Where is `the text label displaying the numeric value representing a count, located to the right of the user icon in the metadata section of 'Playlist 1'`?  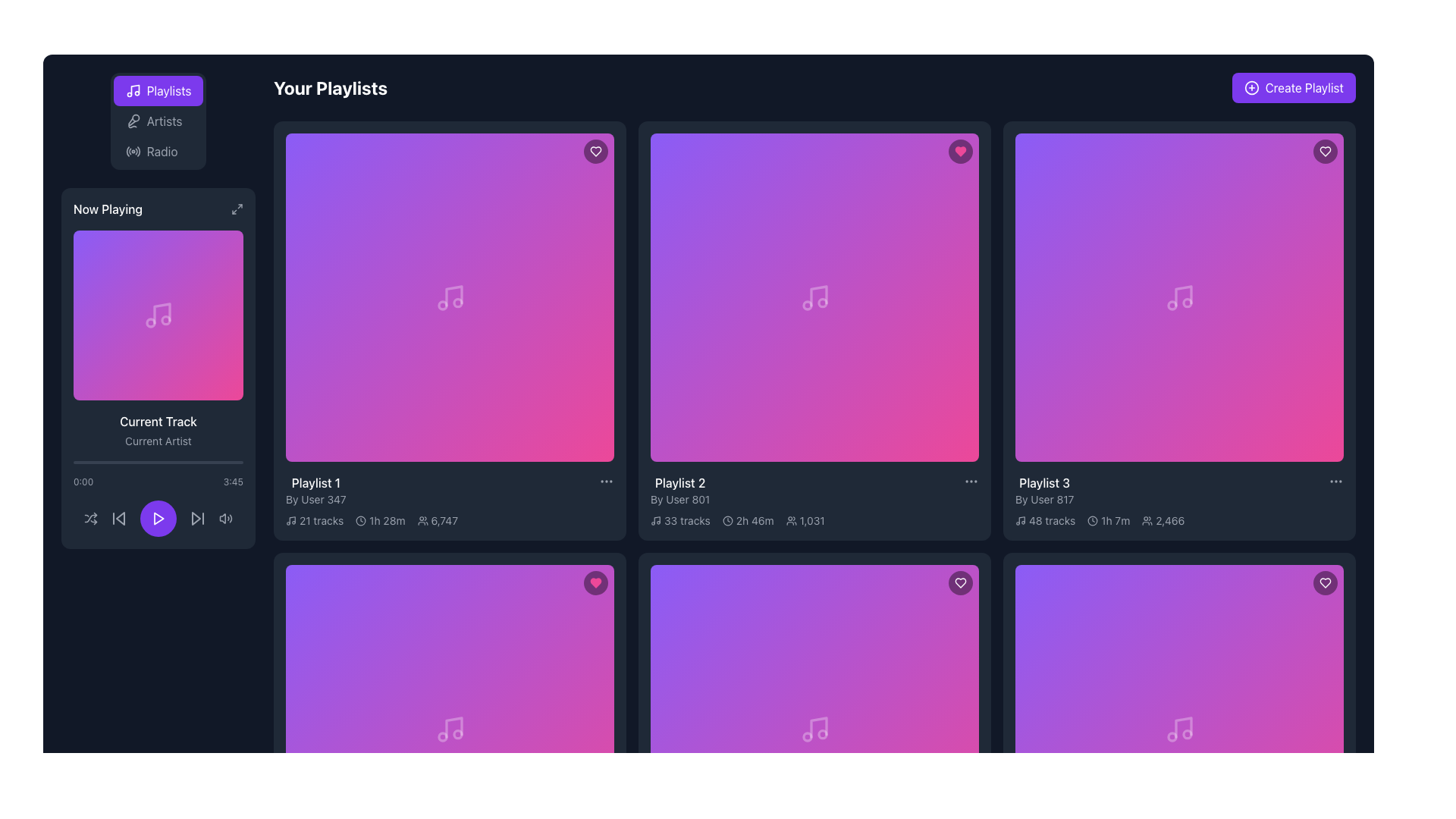
the text label displaying the numeric value representing a count, located to the right of the user icon in the metadata section of 'Playlist 1' is located at coordinates (444, 519).